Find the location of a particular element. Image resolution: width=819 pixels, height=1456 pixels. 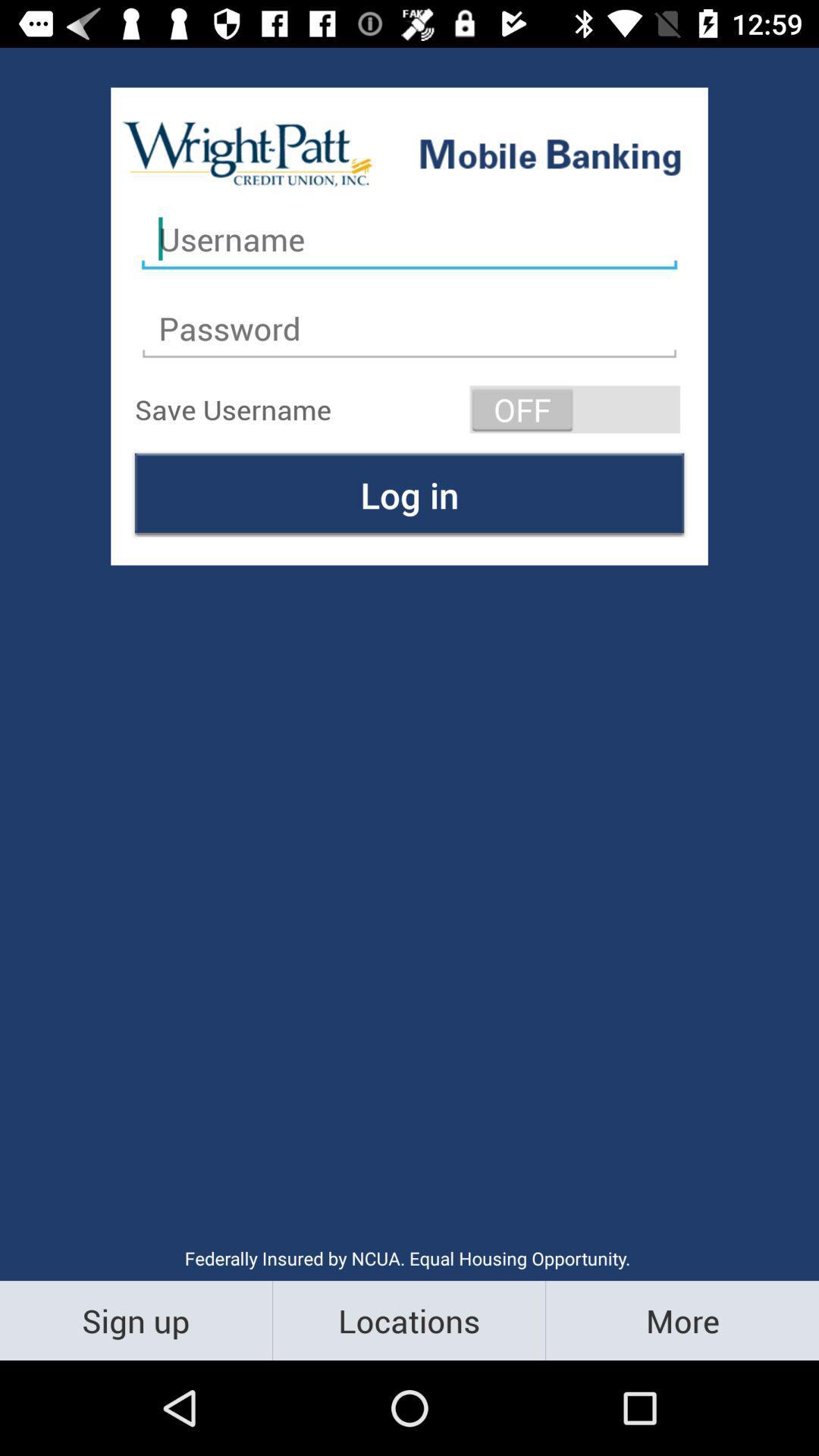

item next to sign up item is located at coordinates (408, 1319).